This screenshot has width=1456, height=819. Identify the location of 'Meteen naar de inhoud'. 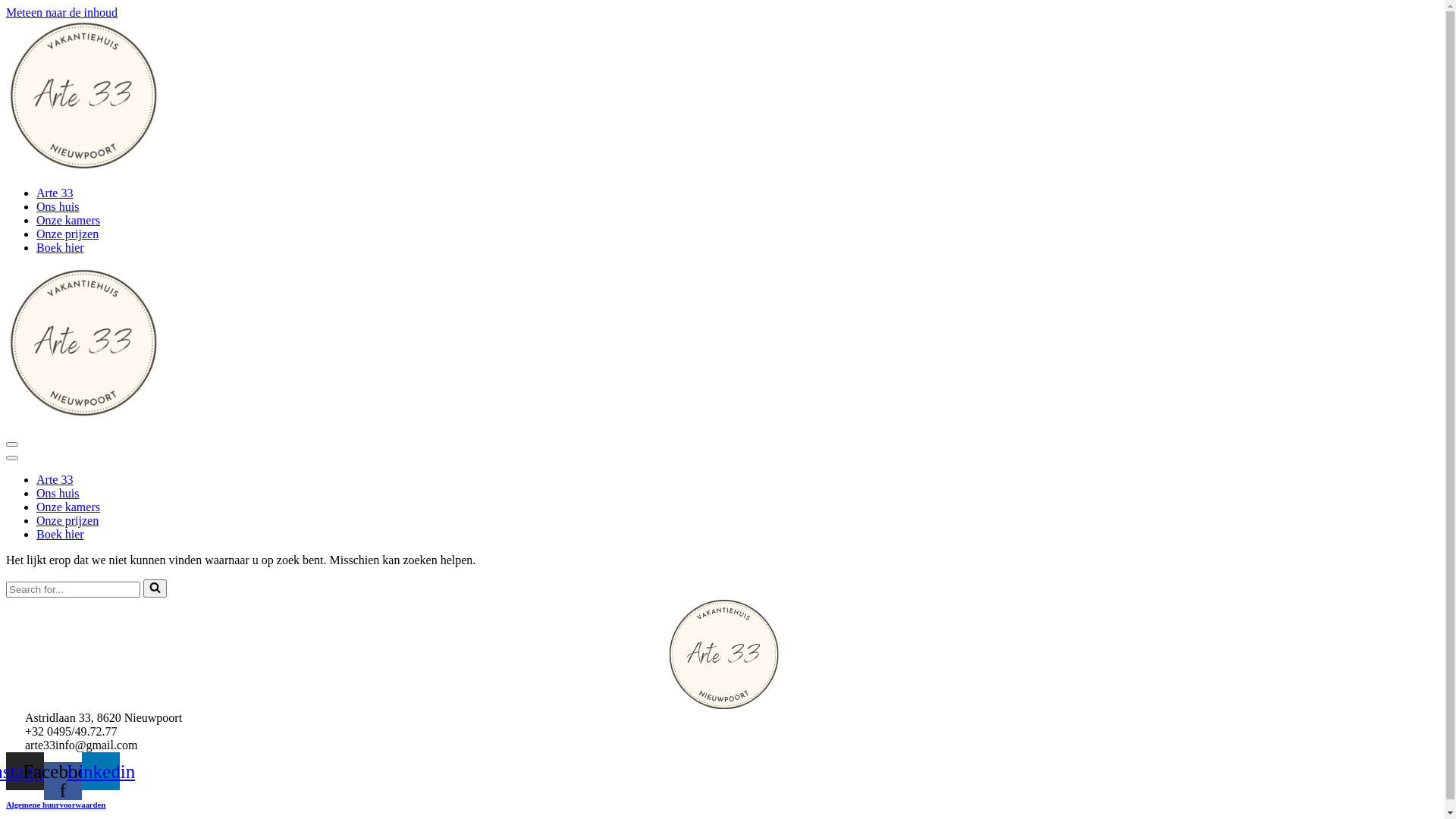
(61, 12).